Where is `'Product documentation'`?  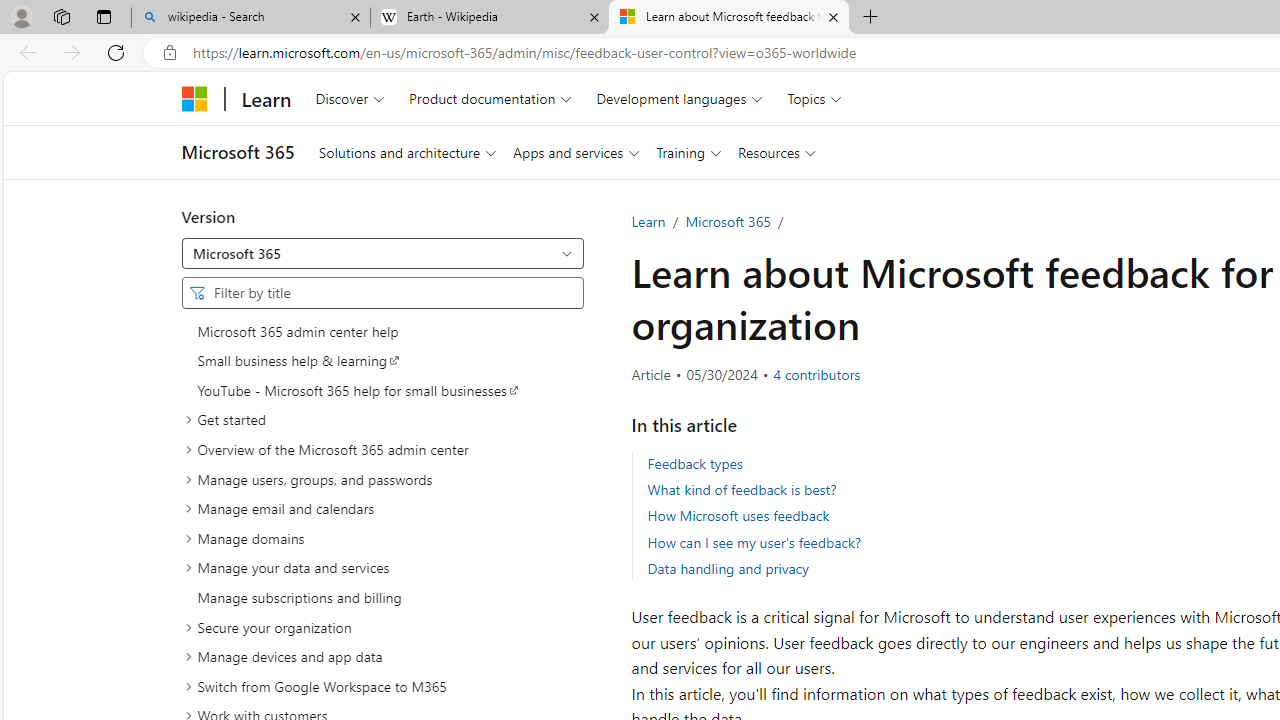
'Product documentation' is located at coordinates (490, 98).